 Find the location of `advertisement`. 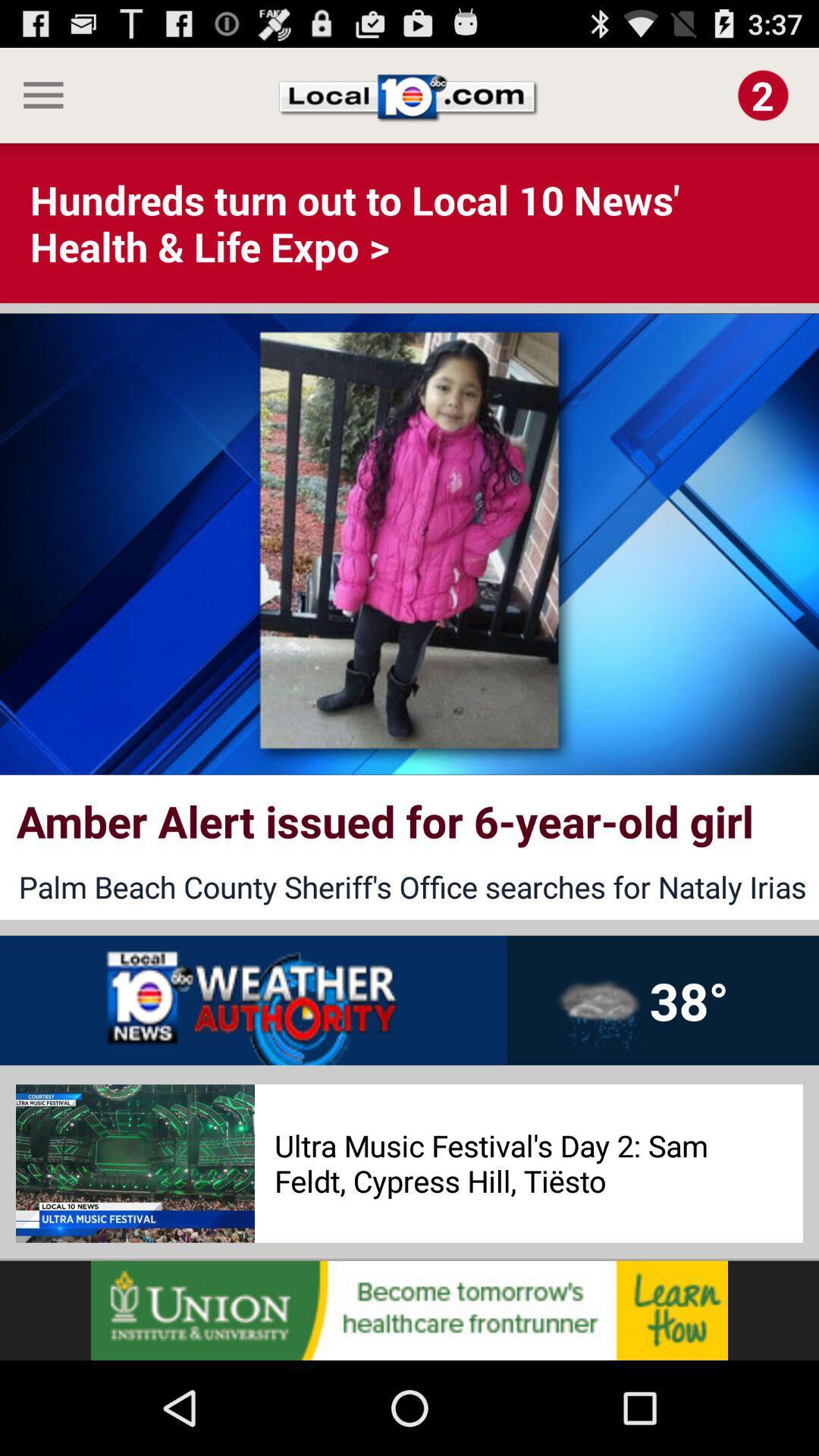

advertisement is located at coordinates (409, 1310).